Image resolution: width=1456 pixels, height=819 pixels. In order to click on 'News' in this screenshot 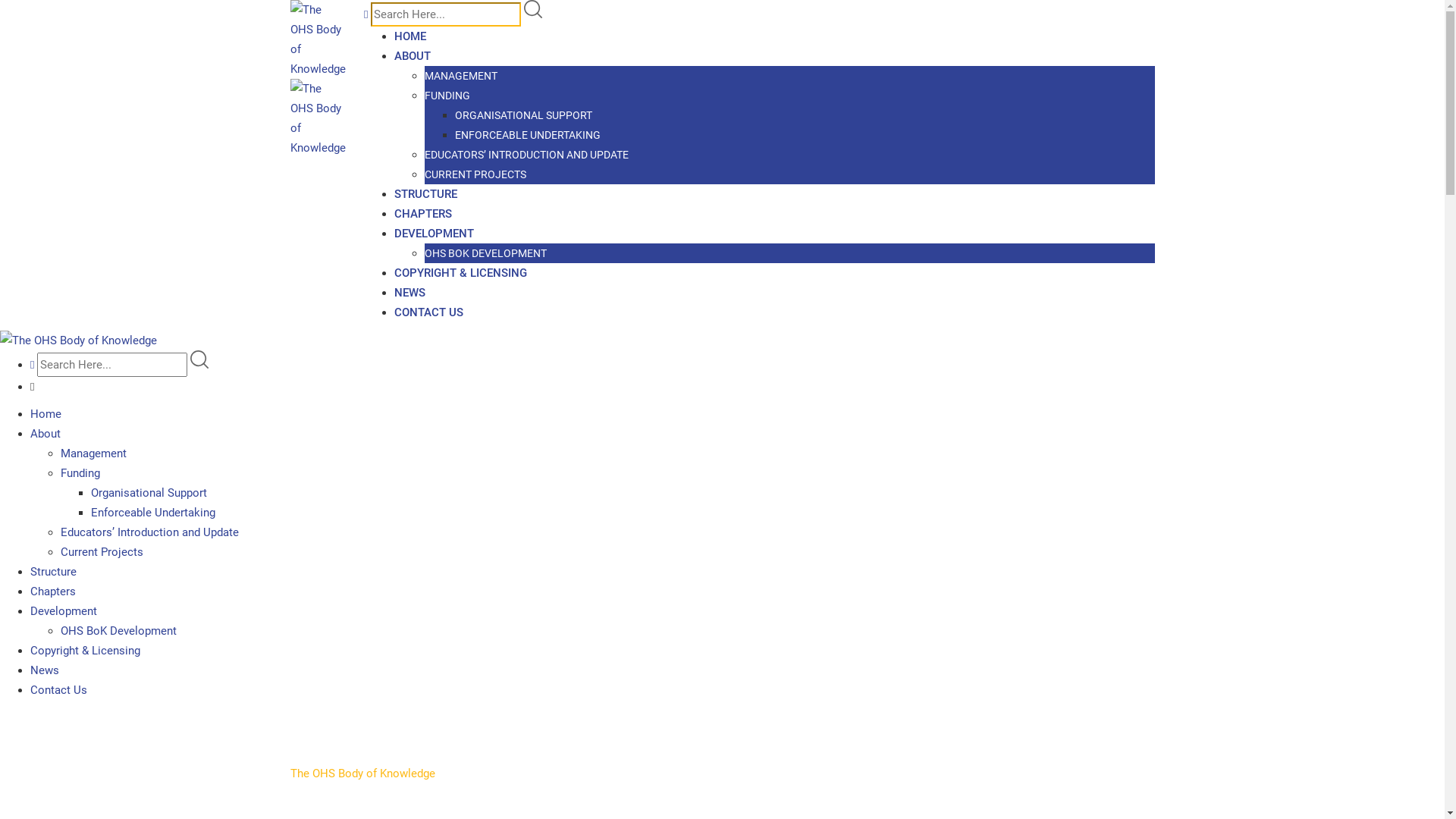, I will do `click(44, 669)`.